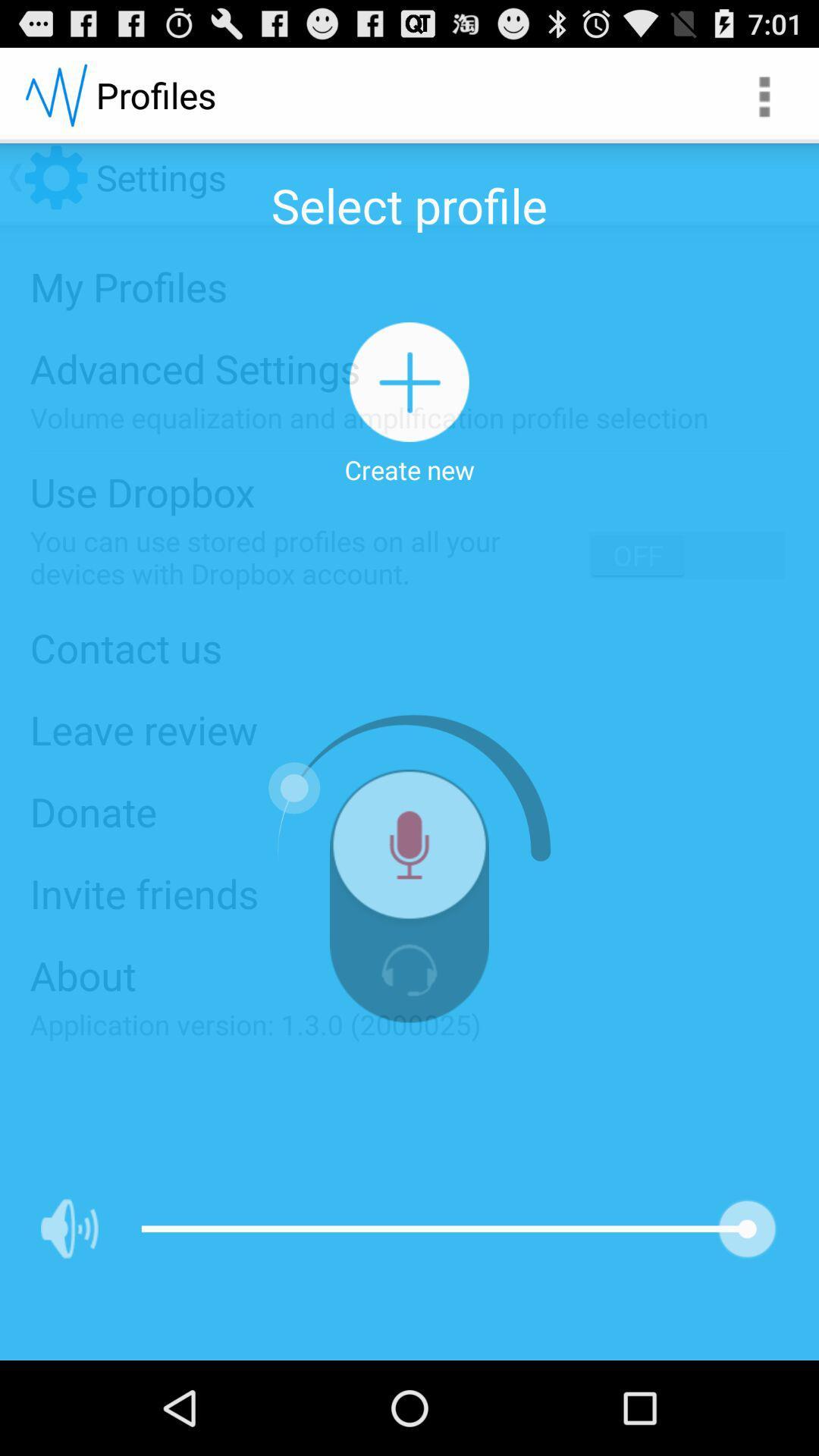  I want to click on record audio, so click(409, 851).